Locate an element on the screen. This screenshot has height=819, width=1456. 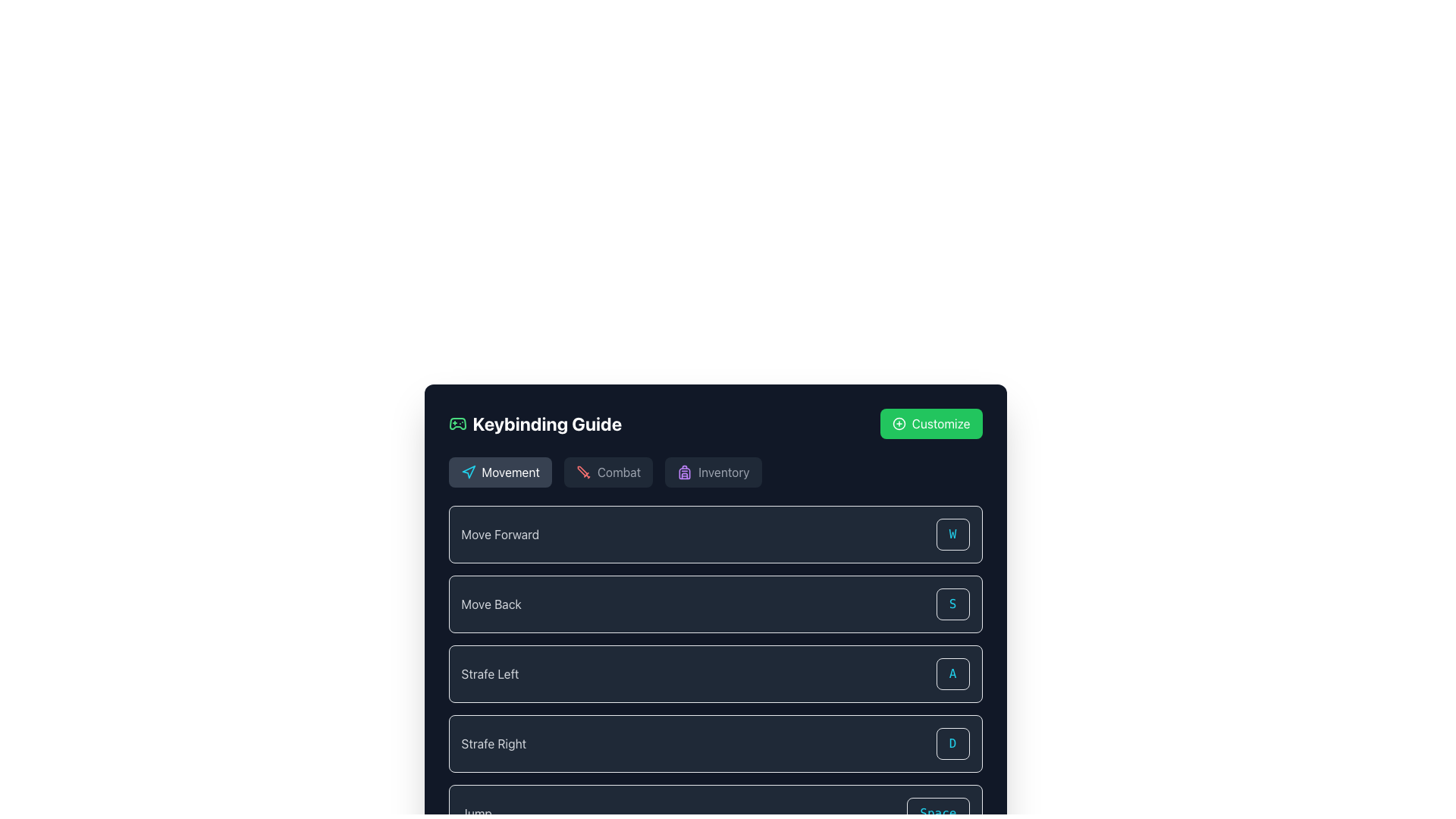
the non-interactive text label that displays the keybinding for the action 'Strafe Right', which indicates that pressing the 'D' key will trigger this action is located at coordinates (952, 742).